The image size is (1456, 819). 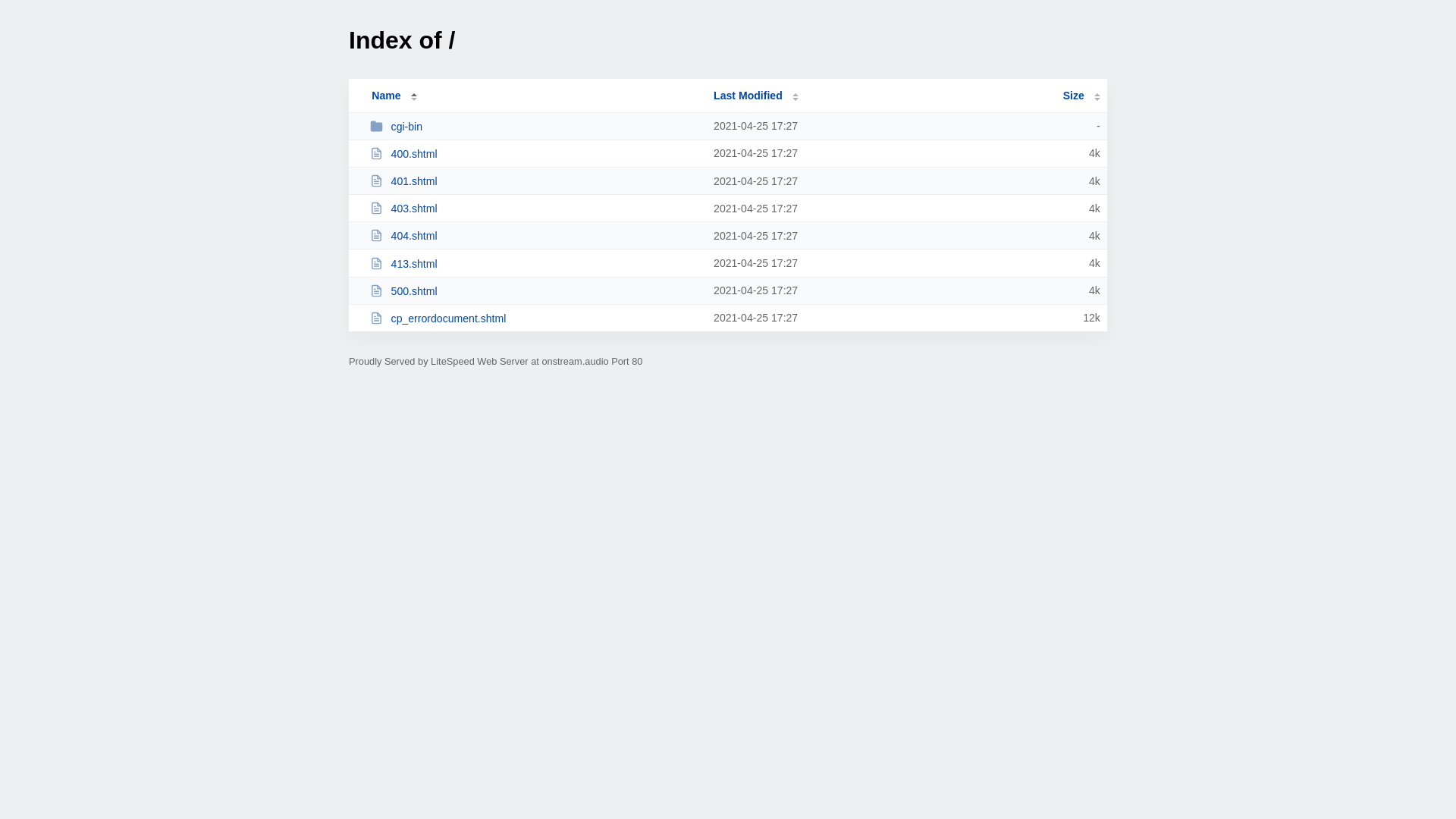 What do you see at coordinates (370, 235) in the screenshot?
I see `'404.shtml'` at bounding box center [370, 235].